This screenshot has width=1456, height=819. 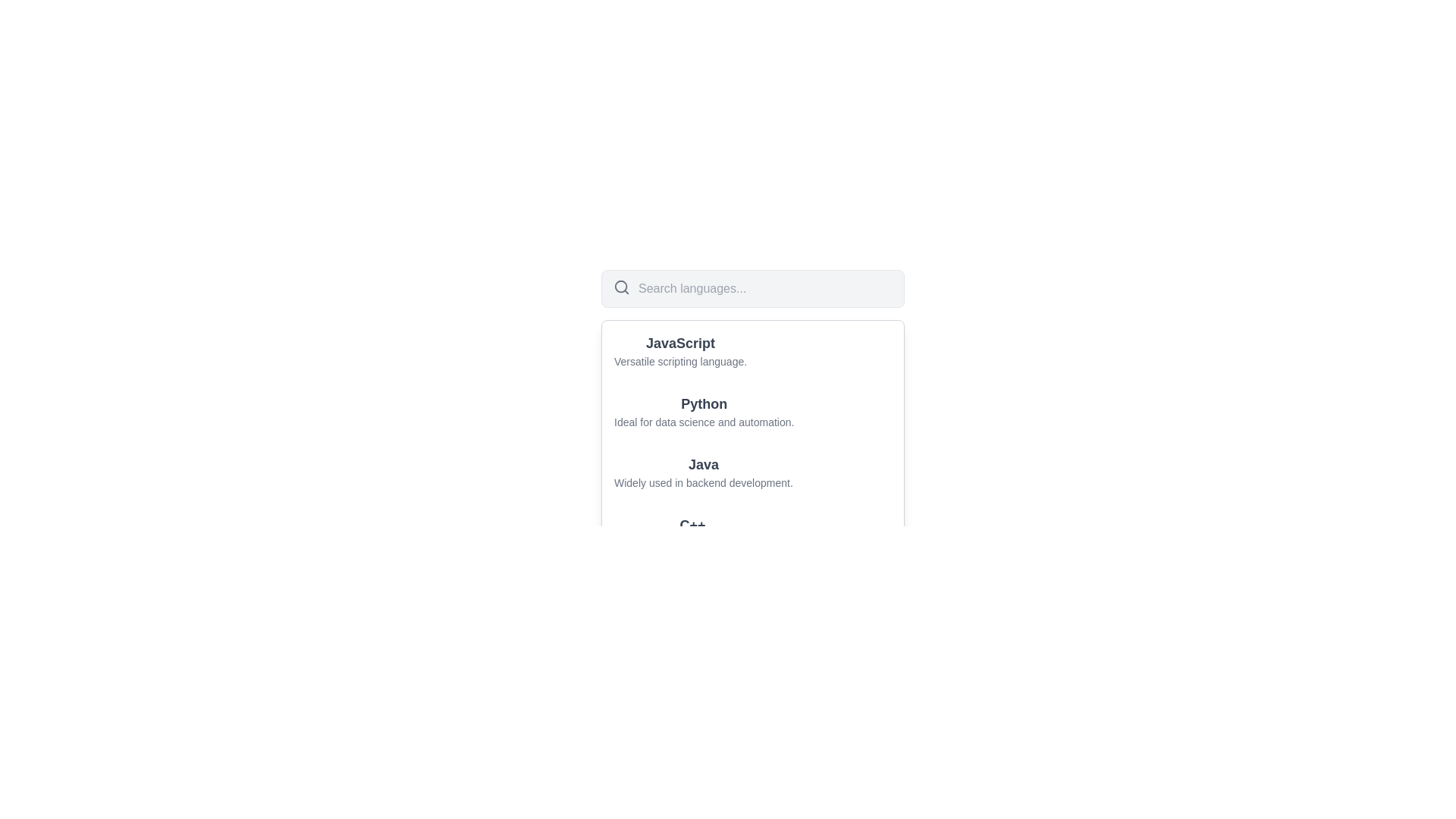 I want to click on the 'JavaScript' text block which is the first item in the list of programming languages, so click(x=679, y=350).